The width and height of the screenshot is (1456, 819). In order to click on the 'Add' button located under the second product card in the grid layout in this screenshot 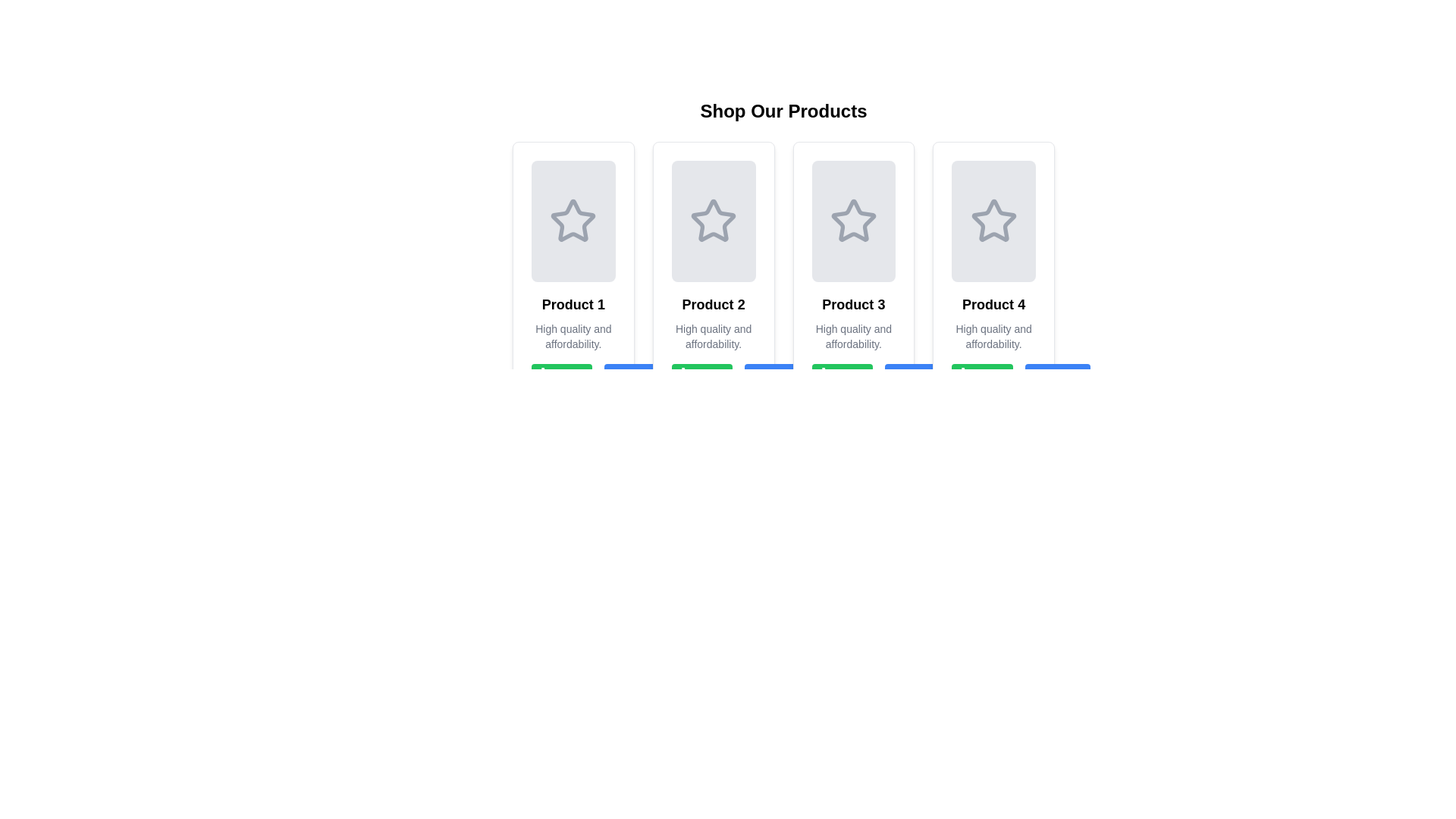, I will do `click(701, 375)`.